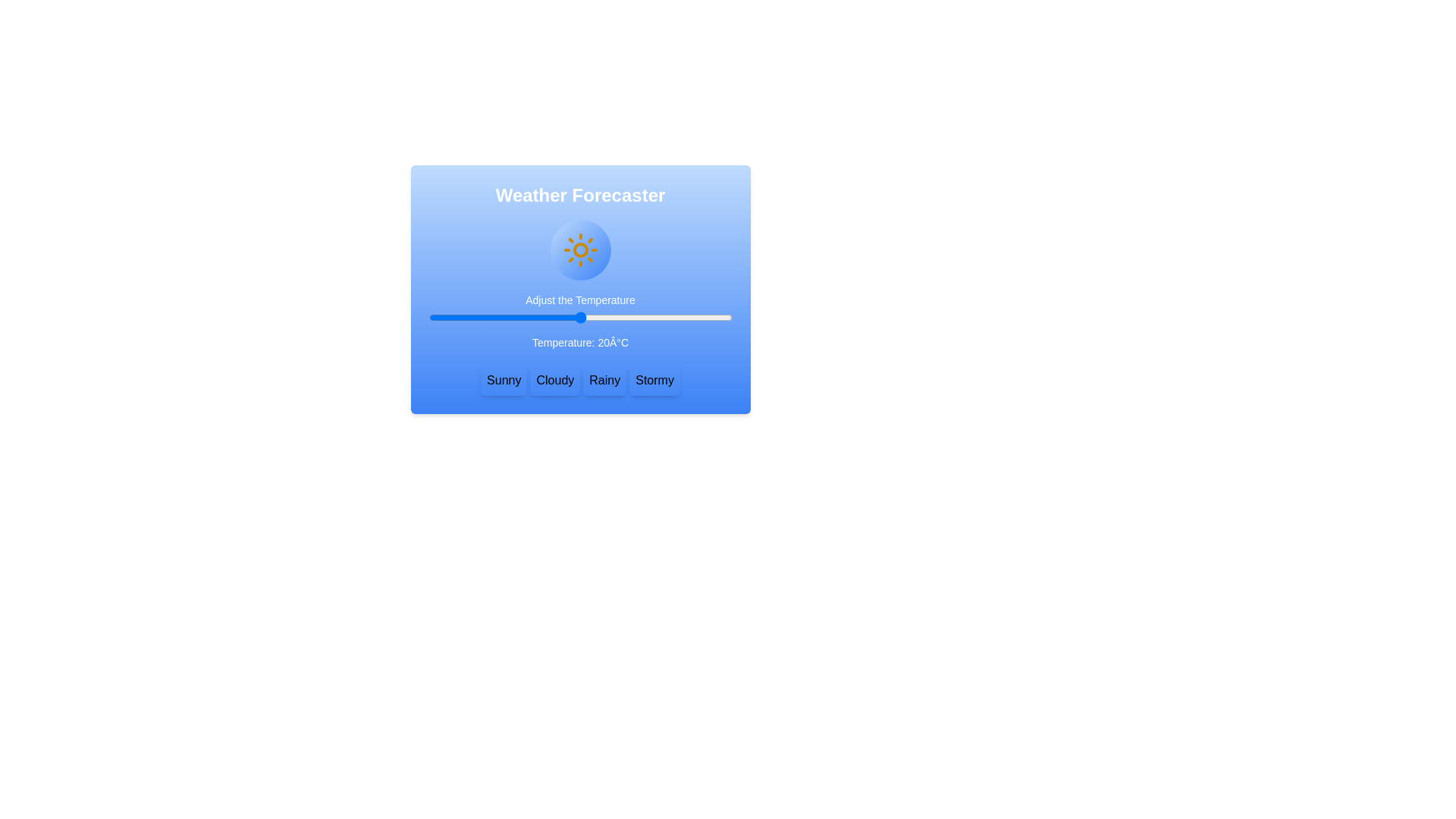 The width and height of the screenshot is (1456, 819). I want to click on button labeled Cloudy to set the weather type, so click(554, 379).